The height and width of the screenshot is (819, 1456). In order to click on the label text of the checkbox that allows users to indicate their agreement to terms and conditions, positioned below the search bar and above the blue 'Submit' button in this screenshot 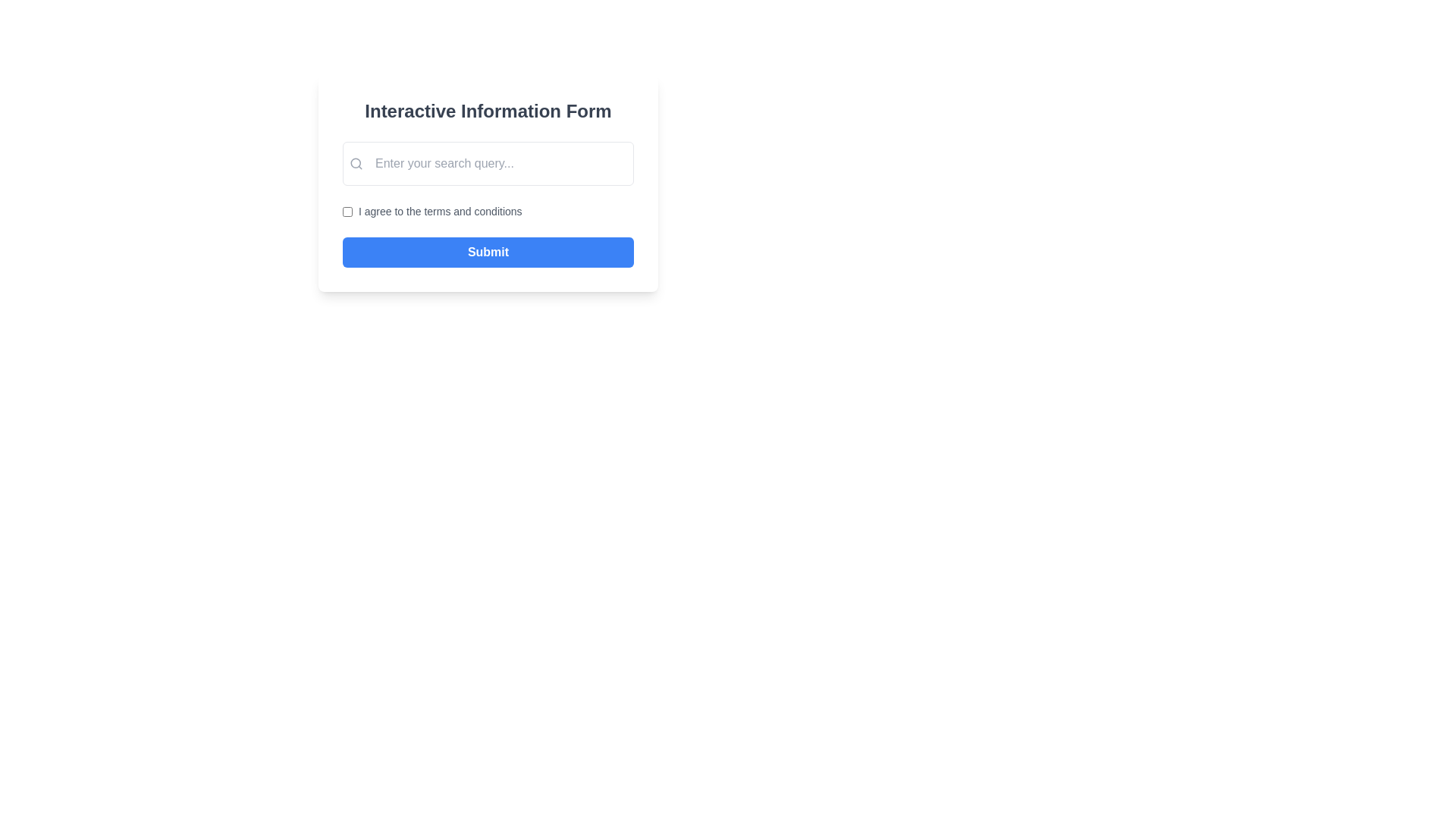, I will do `click(488, 211)`.